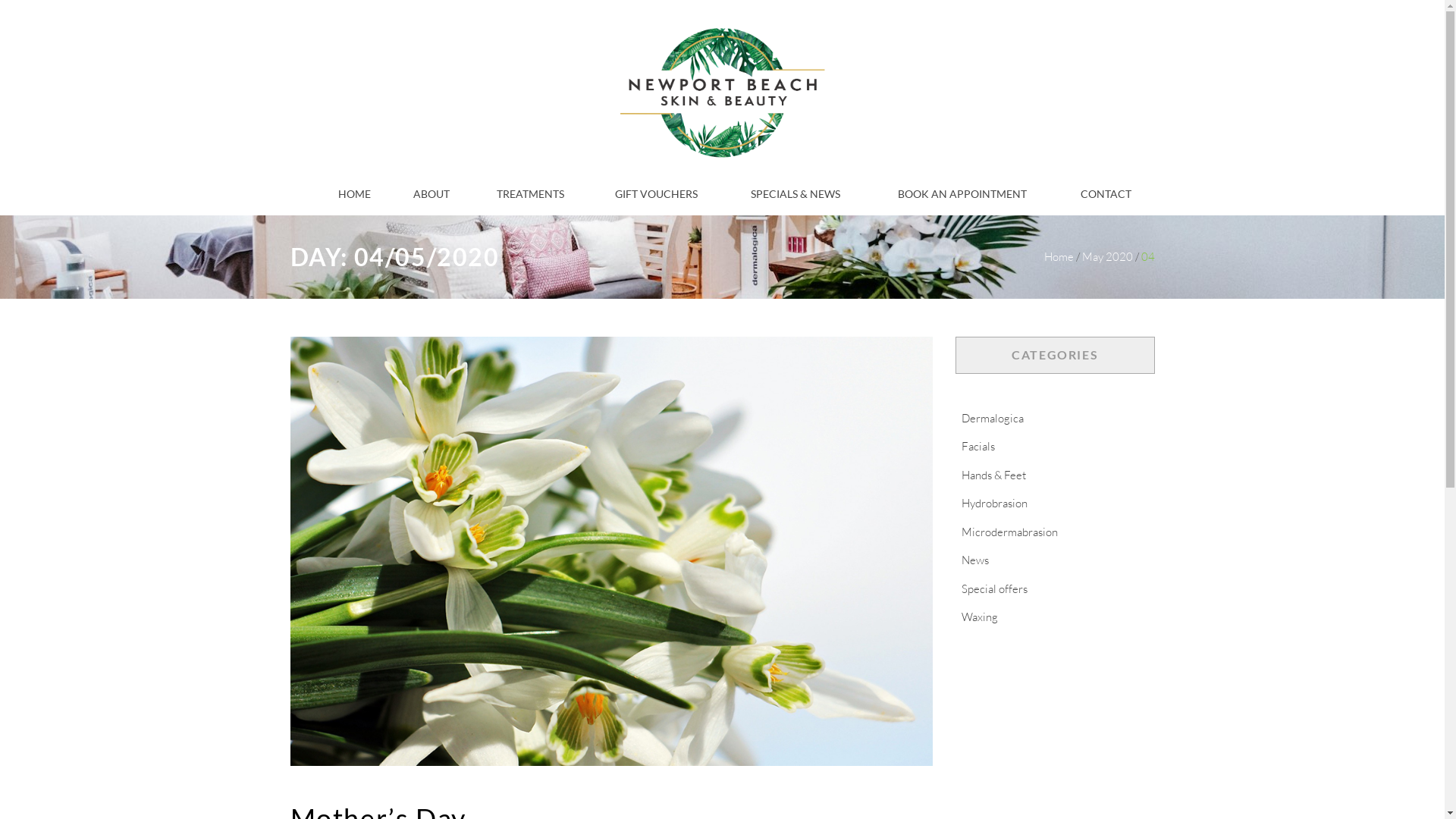  What do you see at coordinates (353, 193) in the screenshot?
I see `'HOME'` at bounding box center [353, 193].